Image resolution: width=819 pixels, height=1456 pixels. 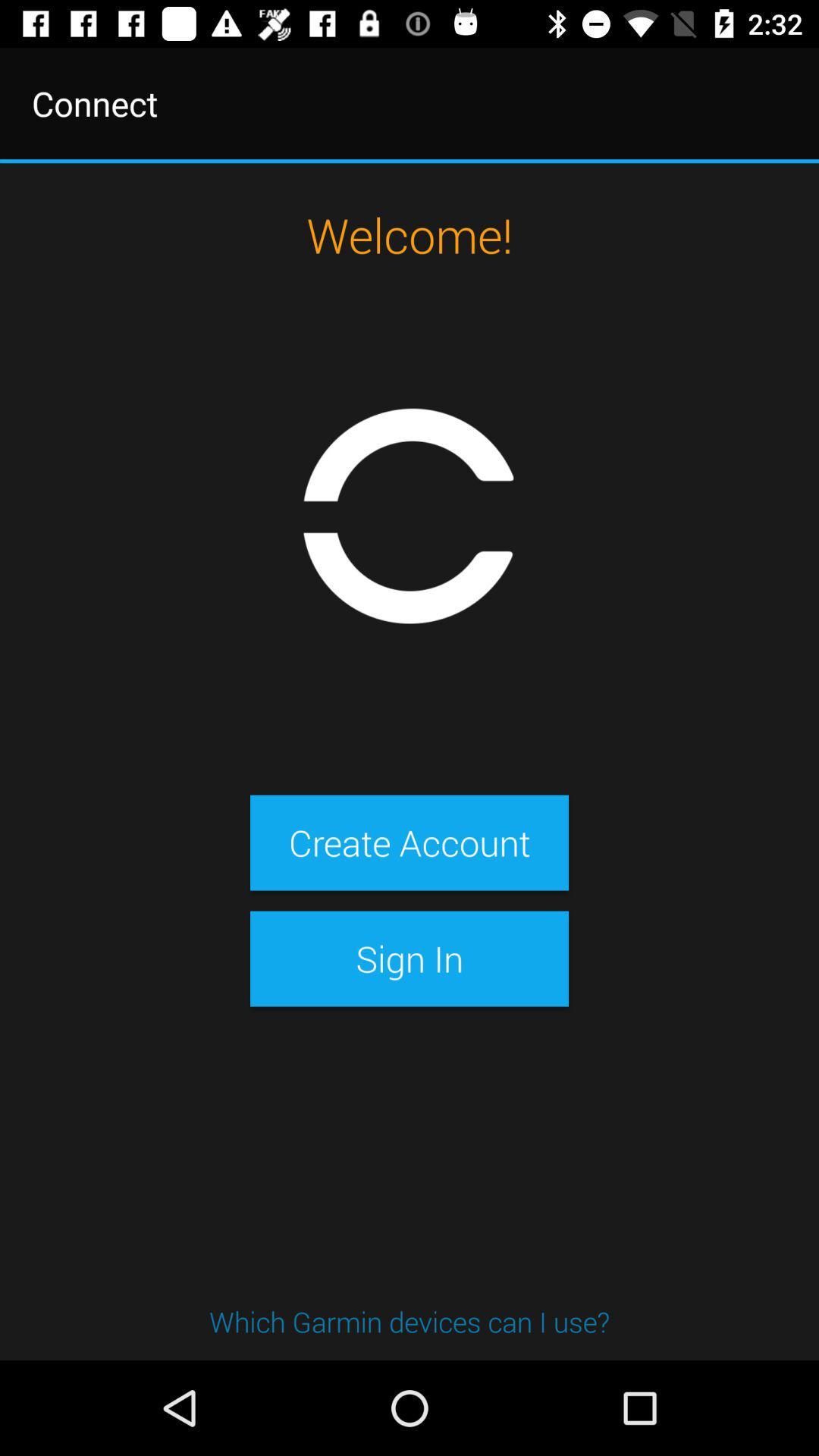 I want to click on icon below the sign in item, so click(x=409, y=1320).